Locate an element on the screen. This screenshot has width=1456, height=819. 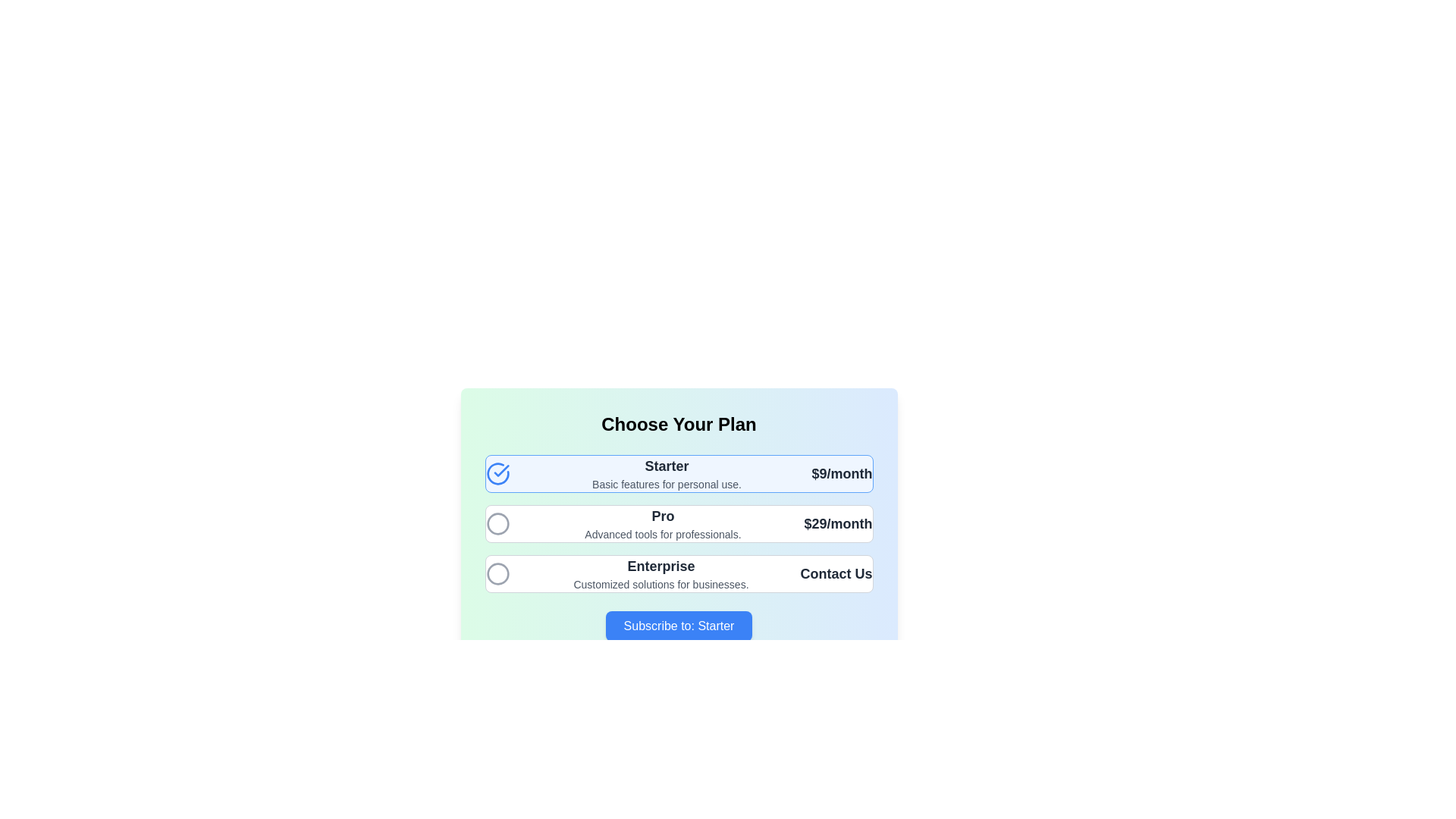
the graphical checkmark icon within the 'Starter' pricing plan's selection box to toggle the selection is located at coordinates (501, 470).